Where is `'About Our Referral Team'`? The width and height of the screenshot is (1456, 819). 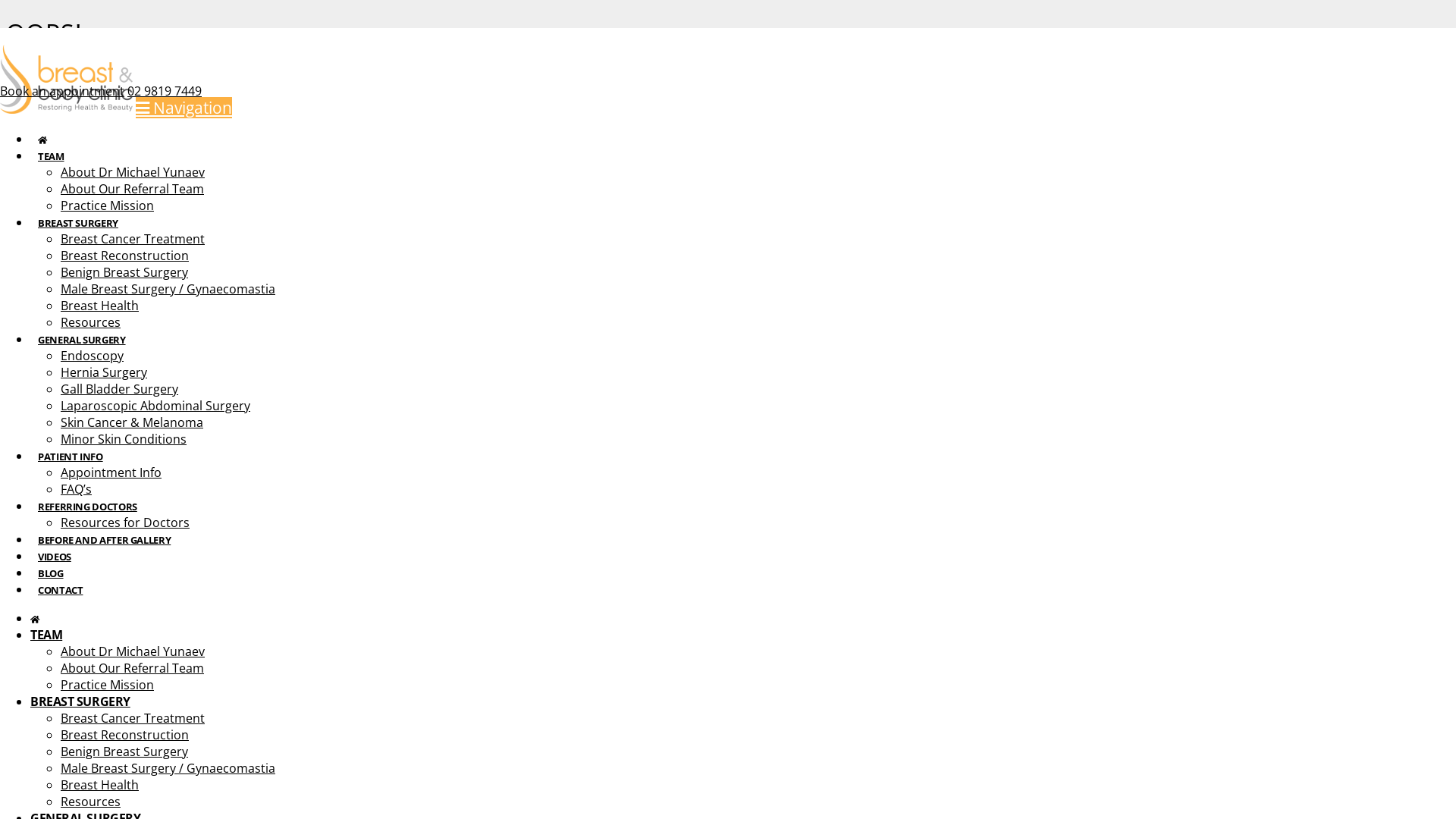
'About Our Referral Team' is located at coordinates (61, 667).